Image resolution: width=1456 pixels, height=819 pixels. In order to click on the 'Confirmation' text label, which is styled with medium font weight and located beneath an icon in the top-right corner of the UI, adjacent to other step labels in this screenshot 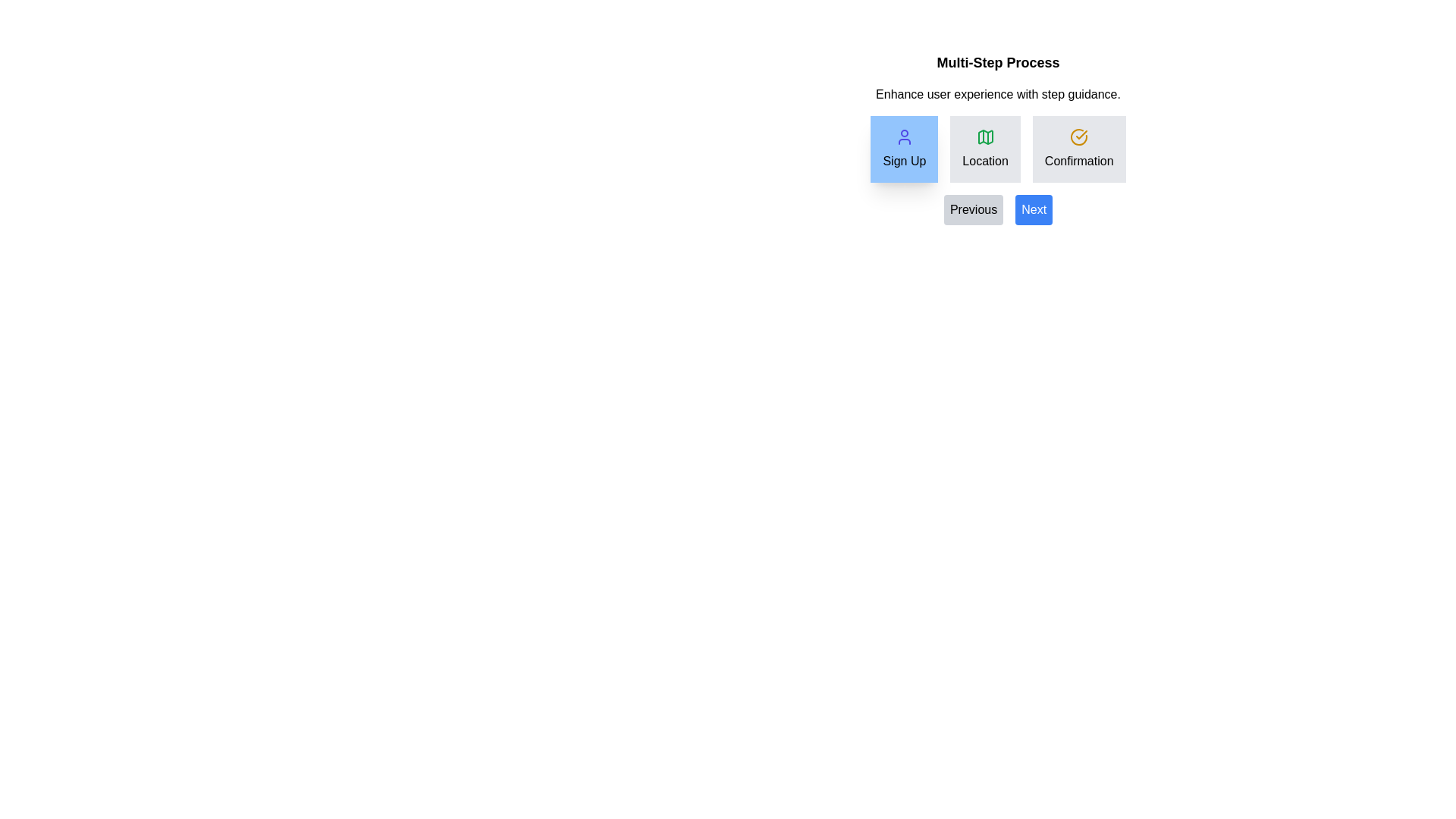, I will do `click(1078, 161)`.